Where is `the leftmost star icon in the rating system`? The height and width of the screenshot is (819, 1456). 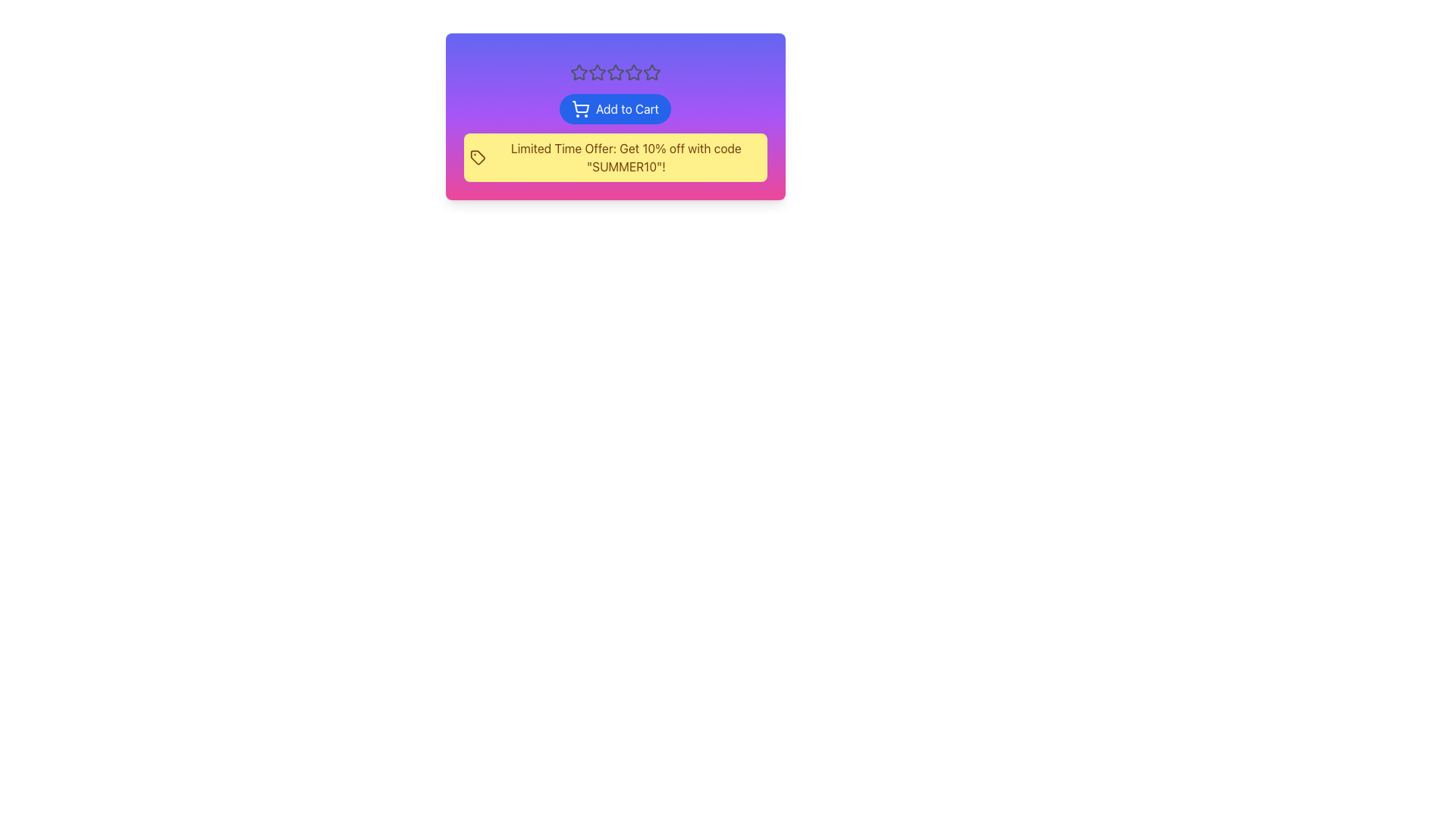 the leftmost star icon in the rating system is located at coordinates (578, 73).